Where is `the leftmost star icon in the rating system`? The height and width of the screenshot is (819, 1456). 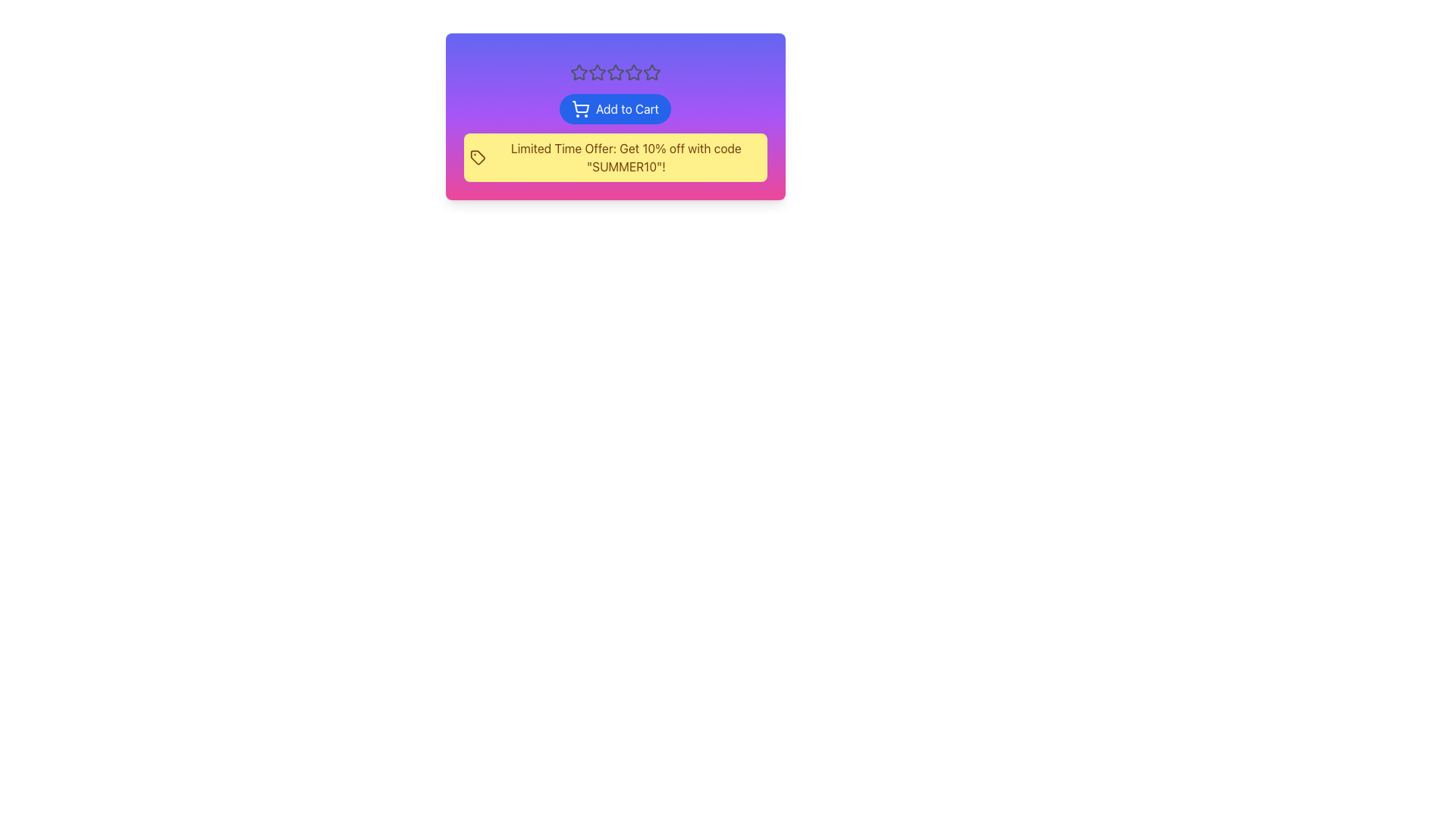 the leftmost star icon in the rating system is located at coordinates (578, 73).